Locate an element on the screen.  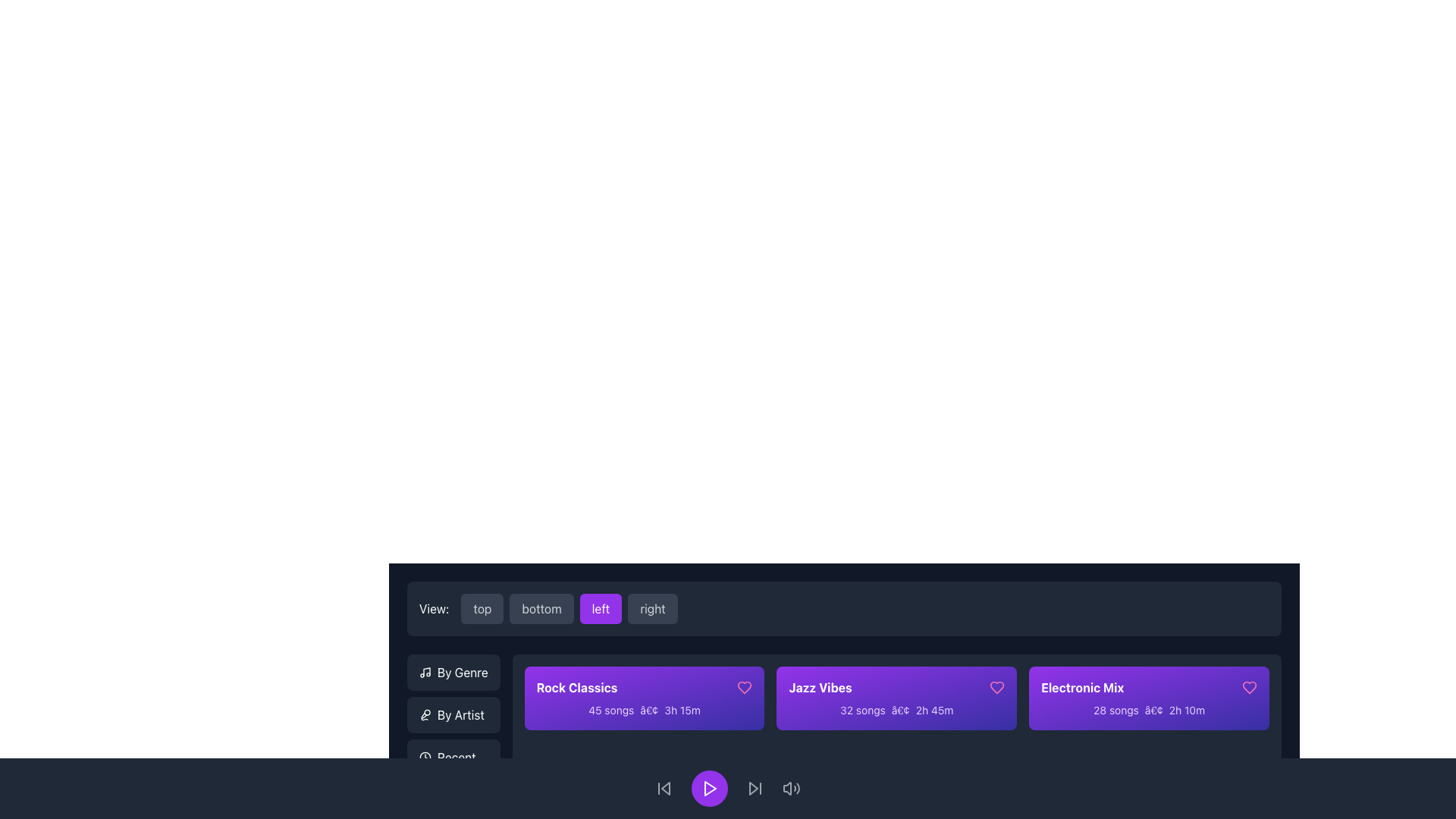
text label displaying '32 songs' located in the 'Jazz Vibes' playlist information block, which is the first textual component at the bottom of the block is located at coordinates (862, 710).